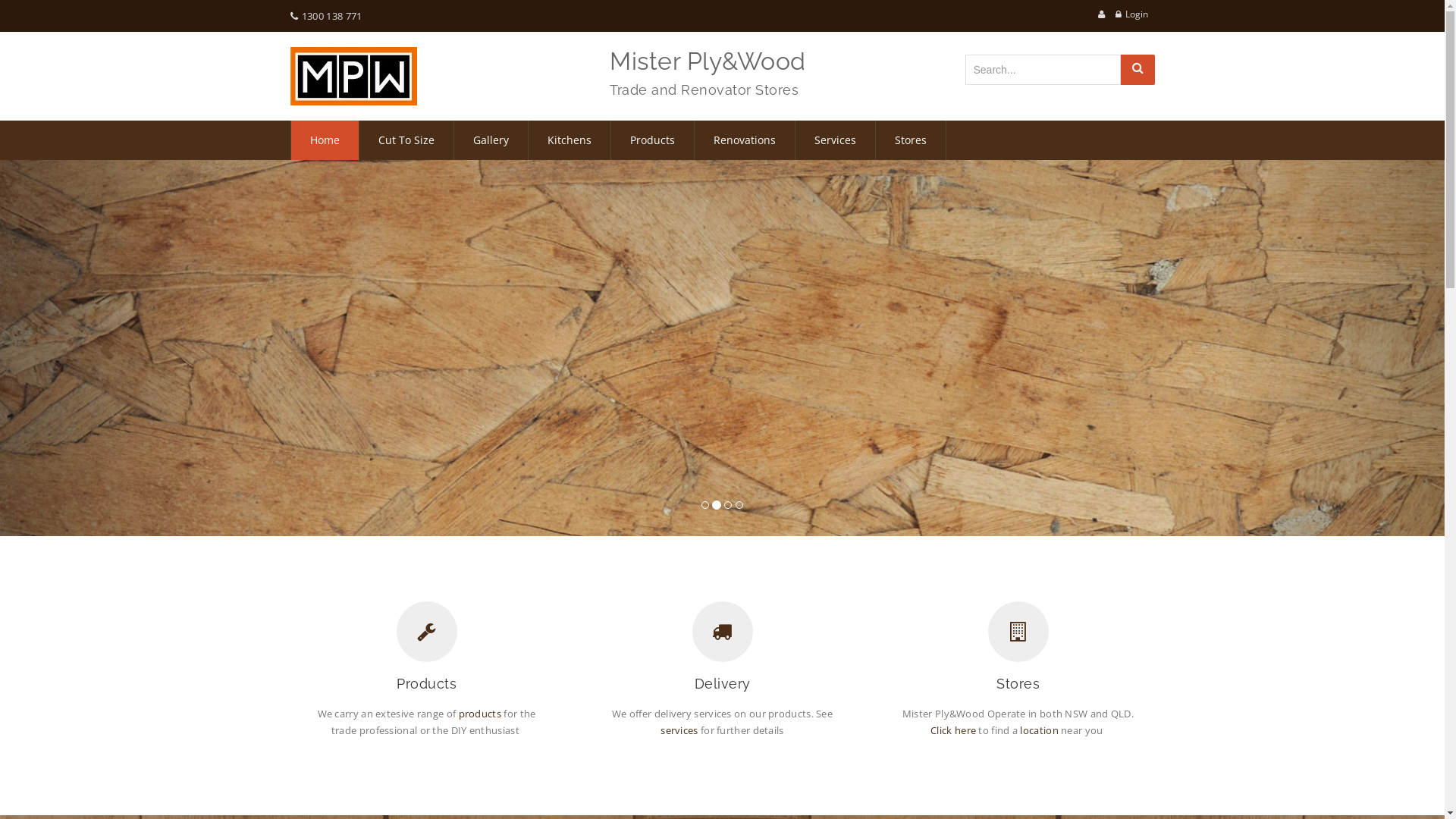  I want to click on 'Click here', so click(930, 730).